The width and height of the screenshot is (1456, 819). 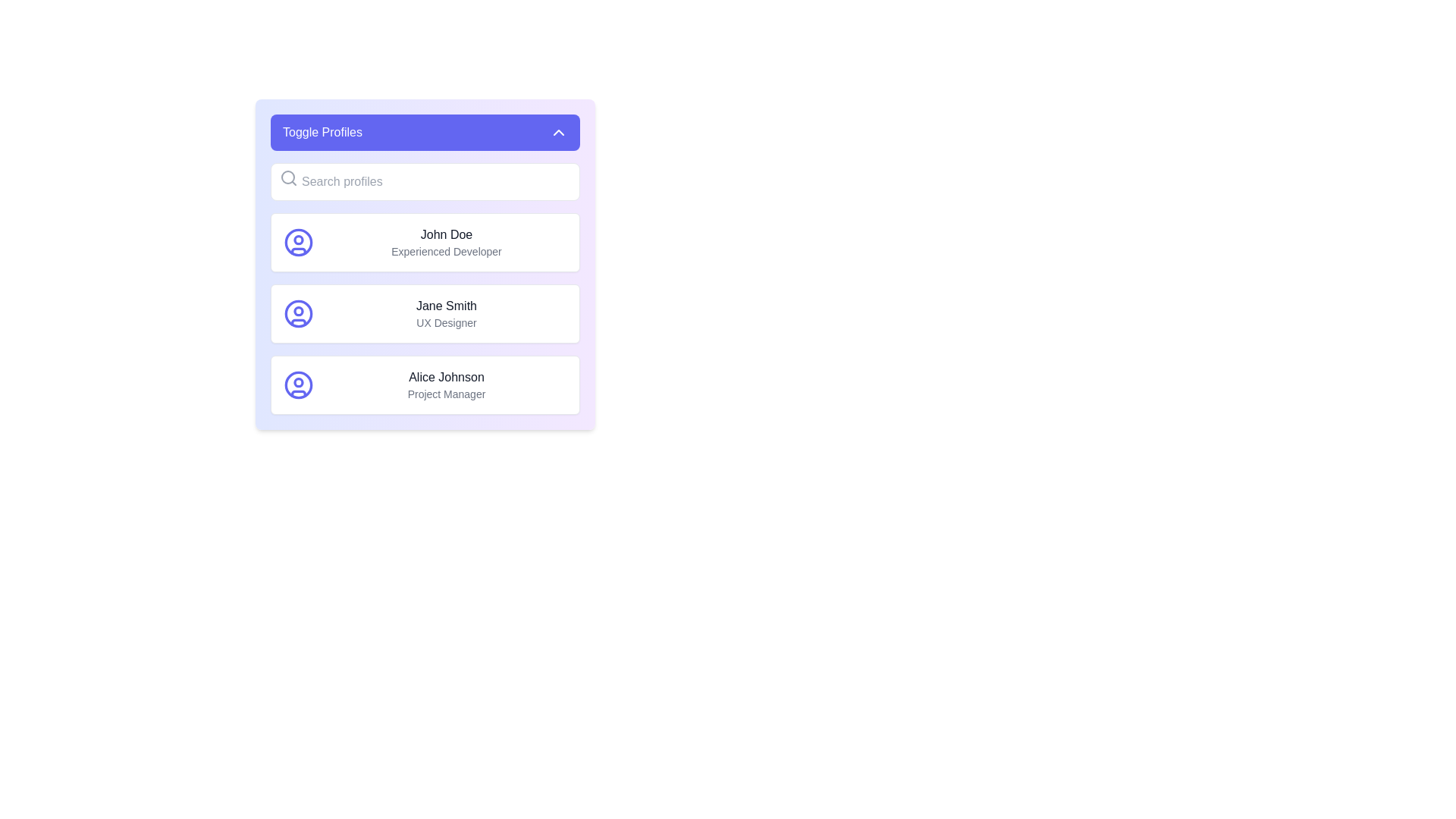 What do you see at coordinates (298, 384) in the screenshot?
I see `the user profile icon for 'Alice Johnson'` at bounding box center [298, 384].